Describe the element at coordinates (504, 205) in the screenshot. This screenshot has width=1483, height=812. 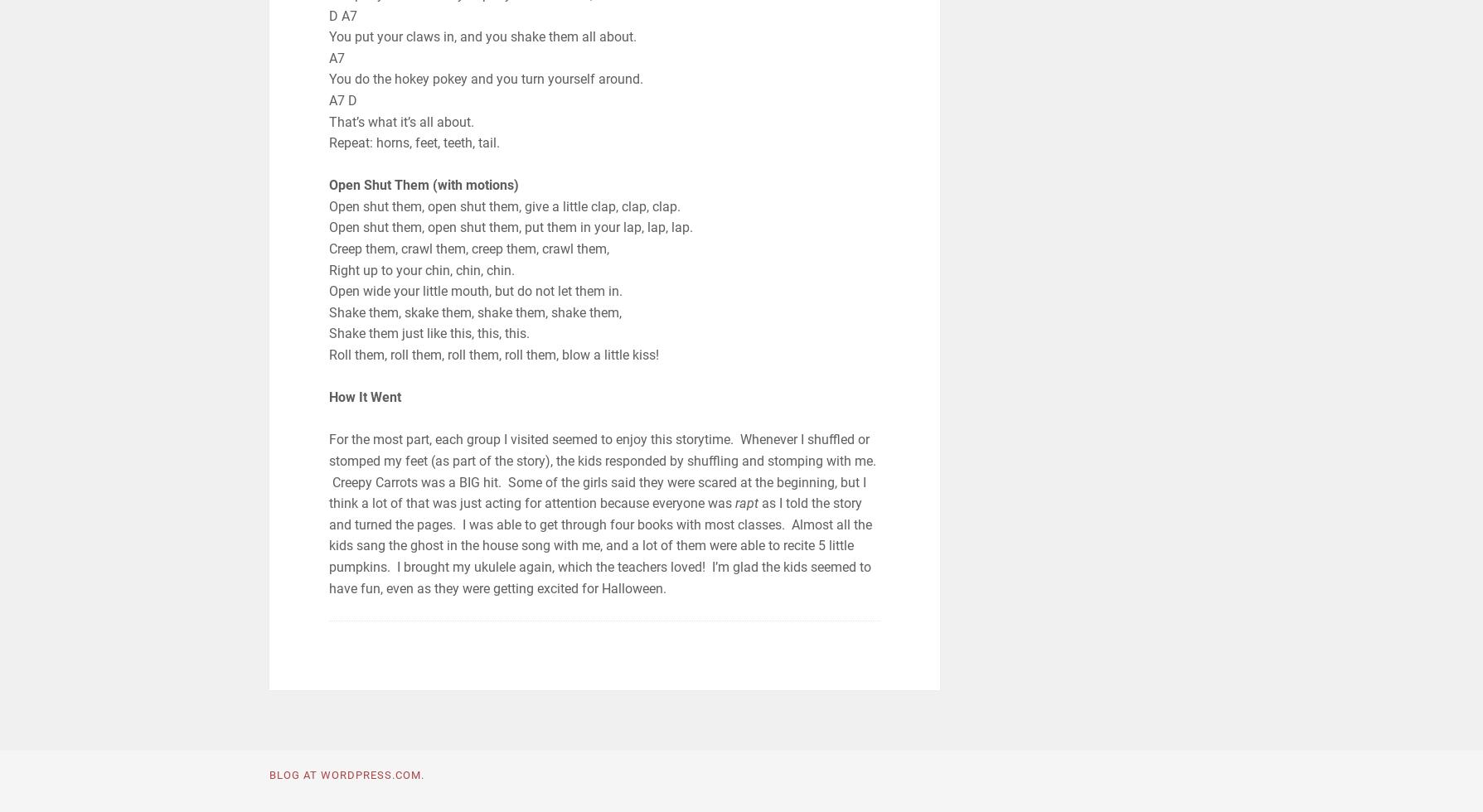
I see `'Open shut them, open shut them, give a little clap, clap, clap.'` at that location.